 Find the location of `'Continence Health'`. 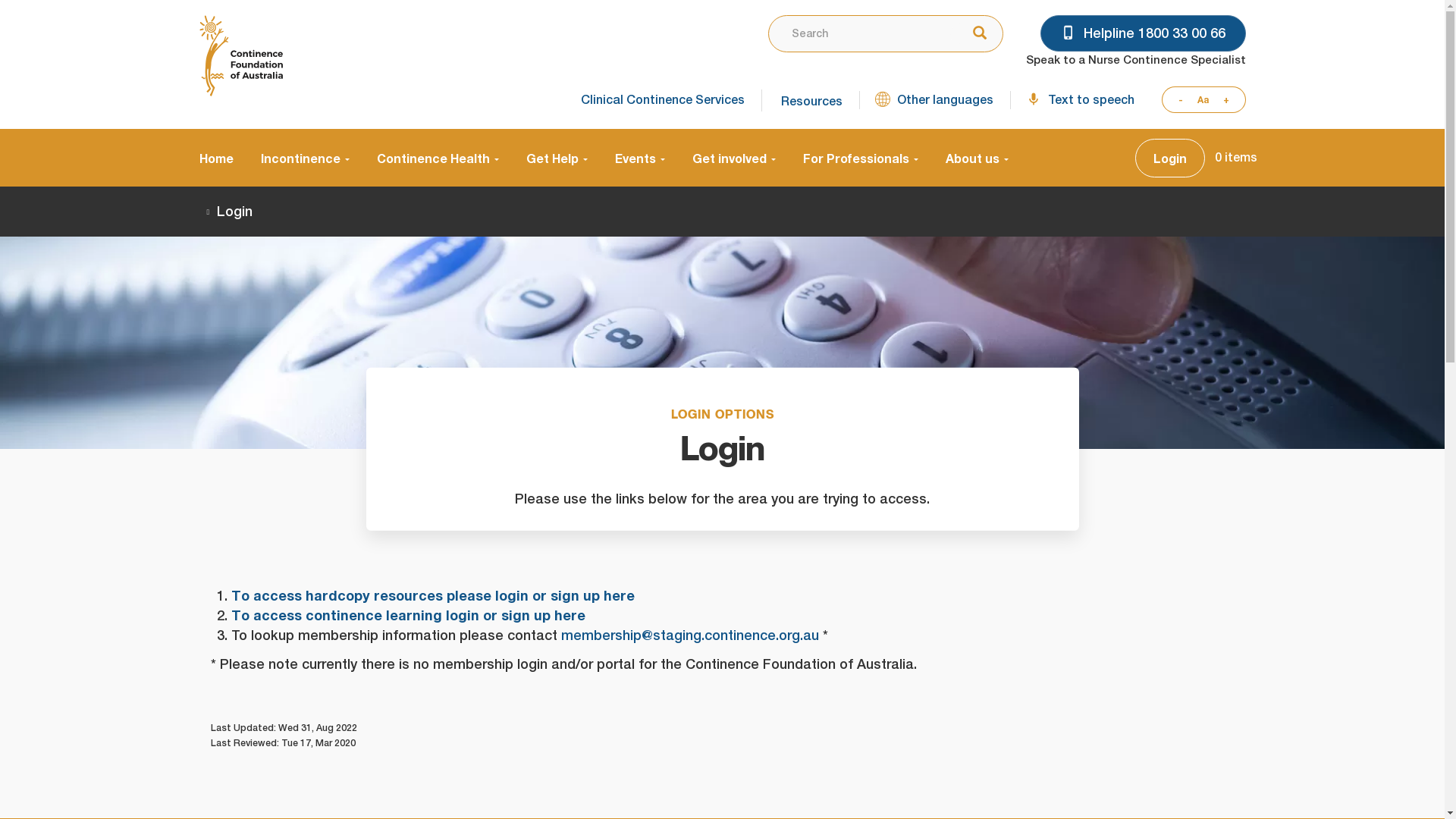

'Continence Health' is located at coordinates (362, 158).